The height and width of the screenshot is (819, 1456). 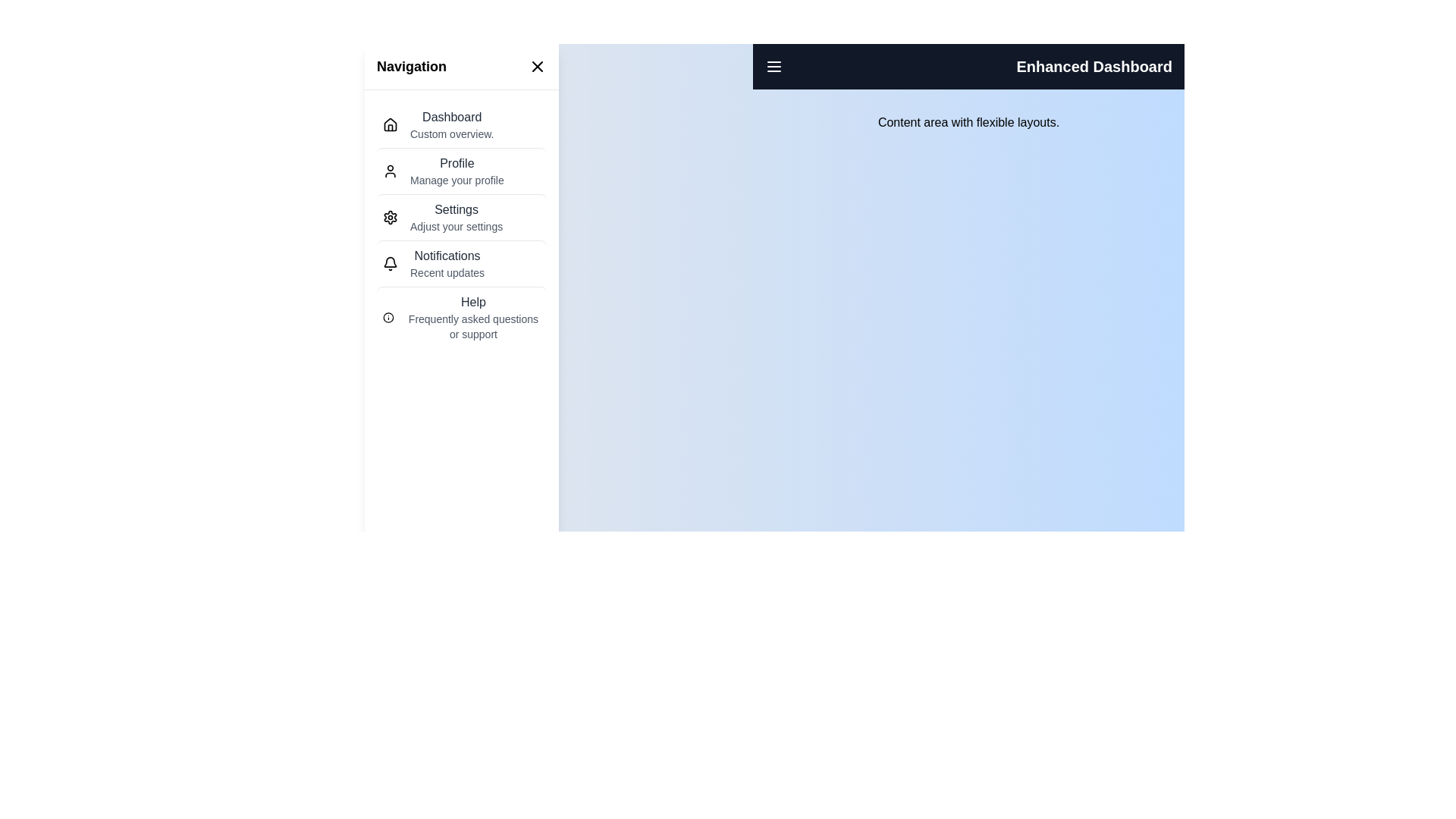 I want to click on the Close Button located in the top-right corner of the 'Navigation' header section, so click(x=538, y=66).